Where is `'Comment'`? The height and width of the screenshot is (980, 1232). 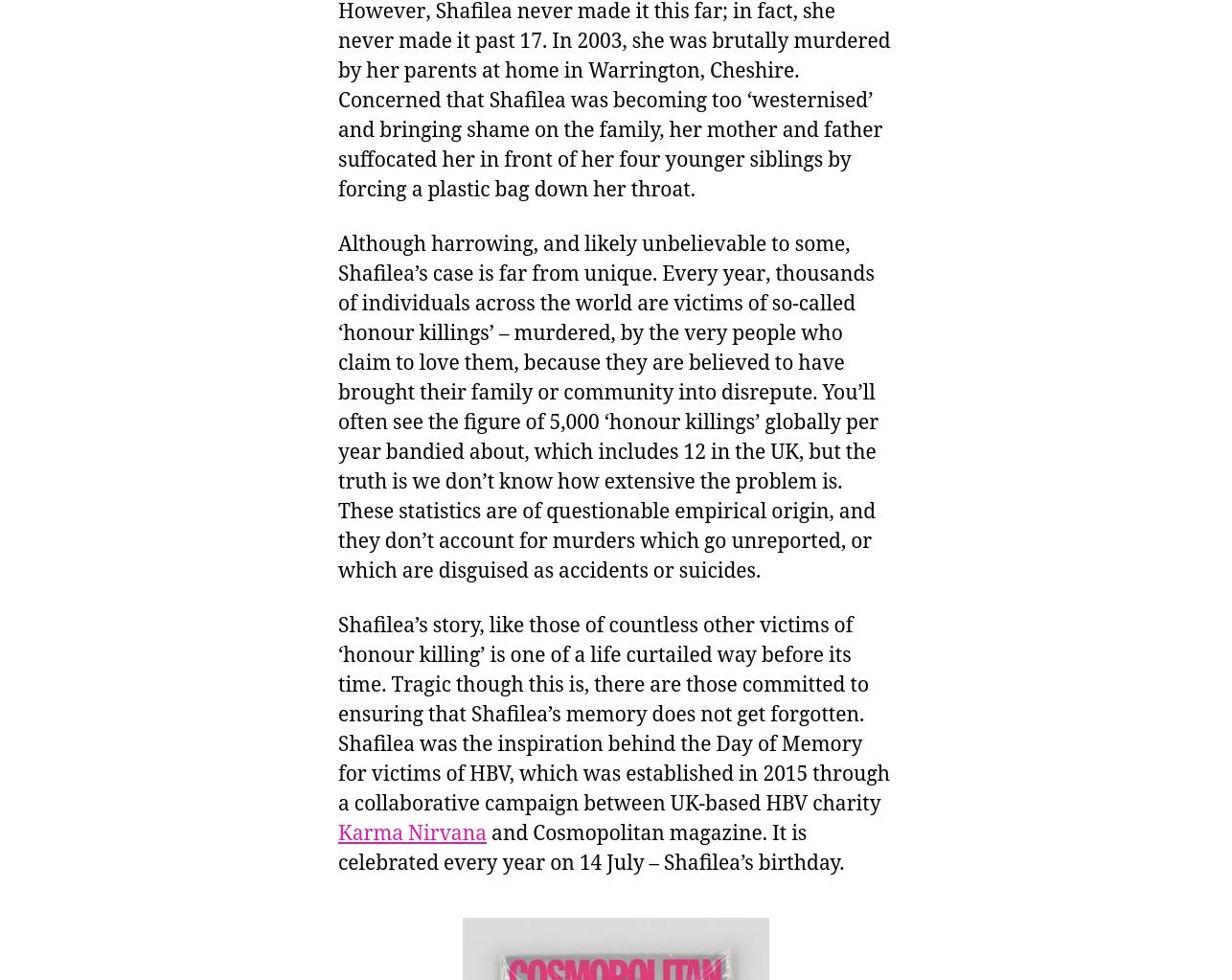 'Comment' is located at coordinates (1060, 909).